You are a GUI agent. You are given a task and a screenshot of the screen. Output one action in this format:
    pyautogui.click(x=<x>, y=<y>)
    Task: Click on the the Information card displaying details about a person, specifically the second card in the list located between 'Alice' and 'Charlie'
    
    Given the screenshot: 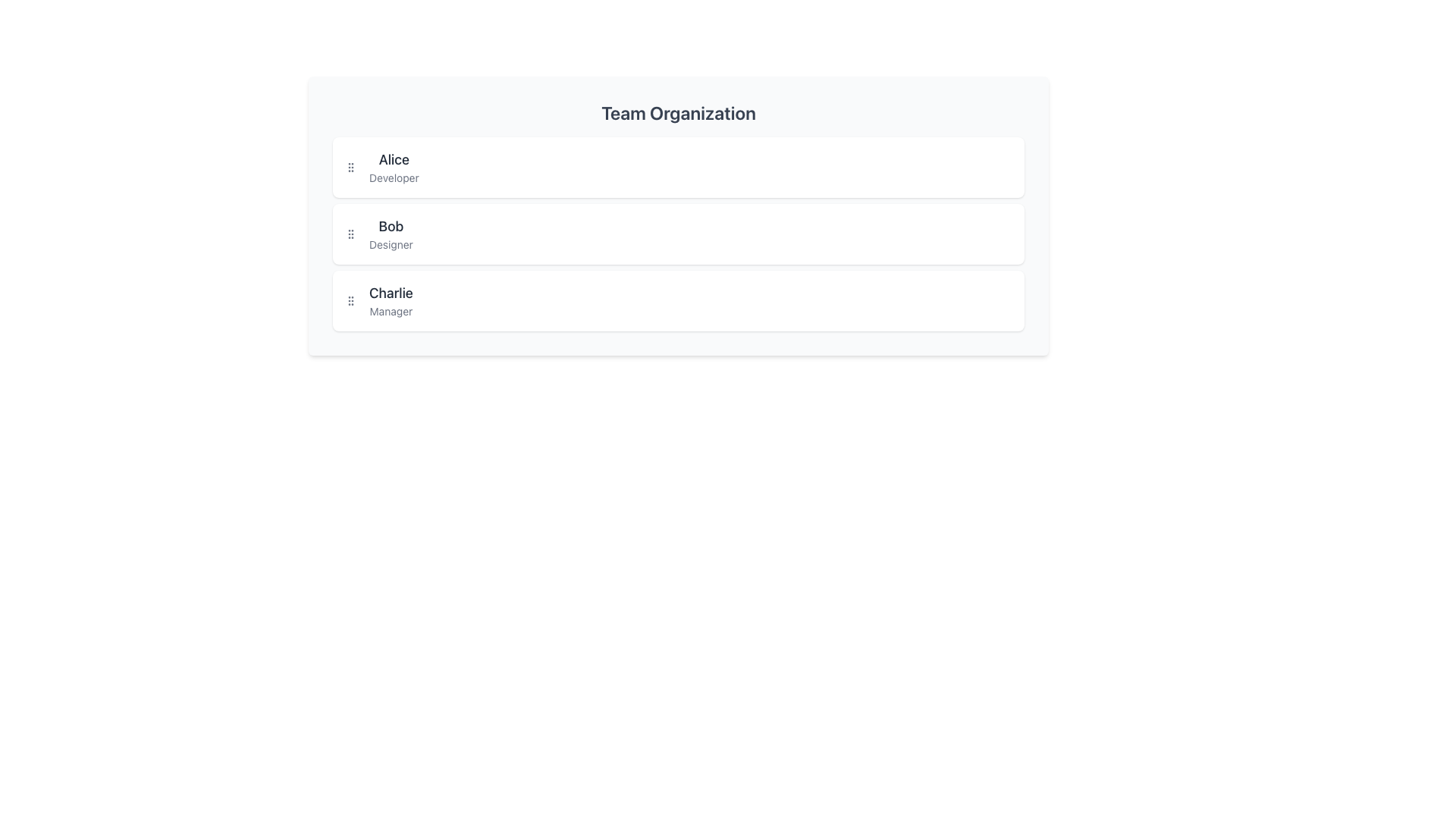 What is the action you would take?
    pyautogui.click(x=677, y=234)
    